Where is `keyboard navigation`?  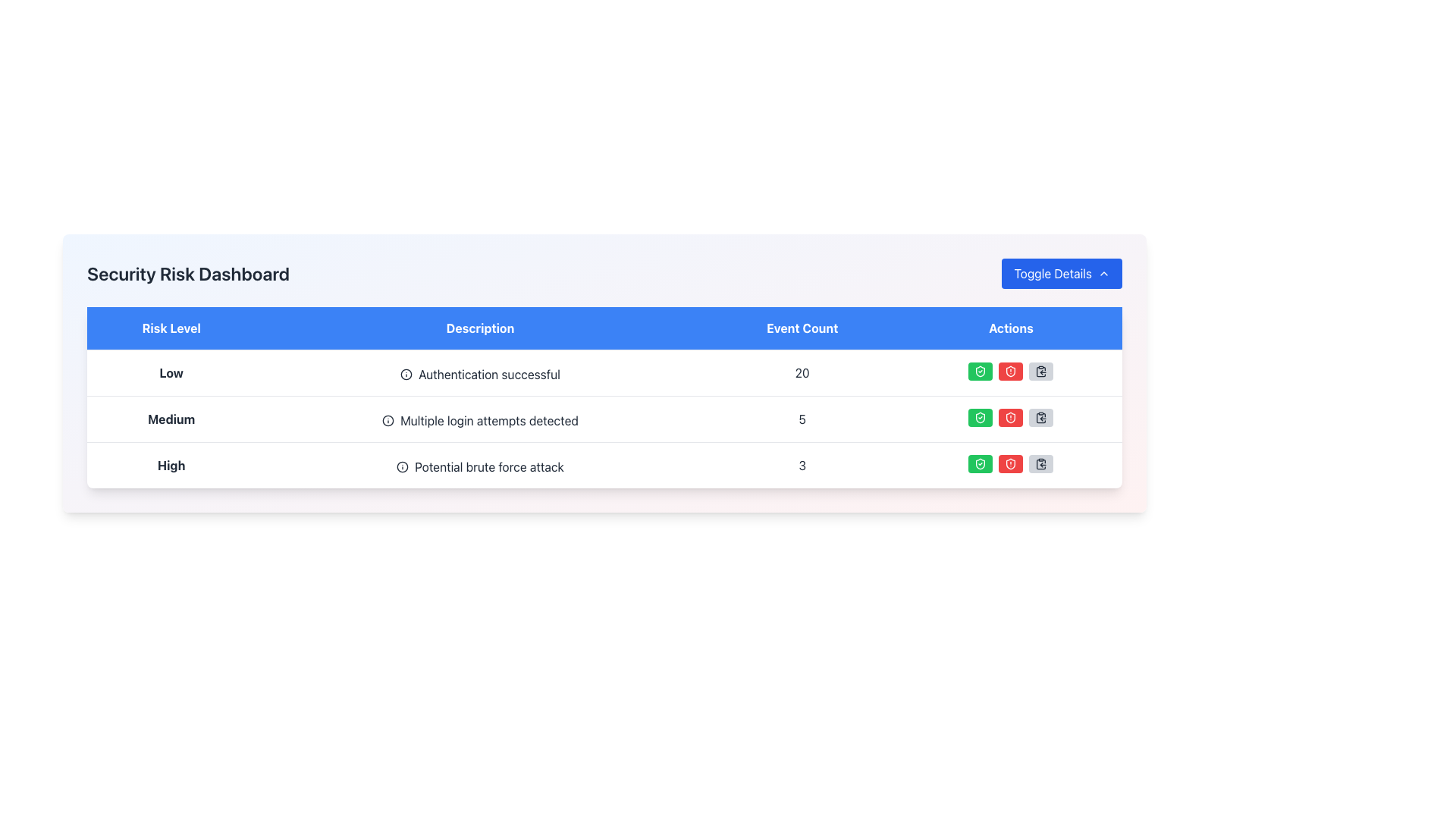 keyboard navigation is located at coordinates (1011, 371).